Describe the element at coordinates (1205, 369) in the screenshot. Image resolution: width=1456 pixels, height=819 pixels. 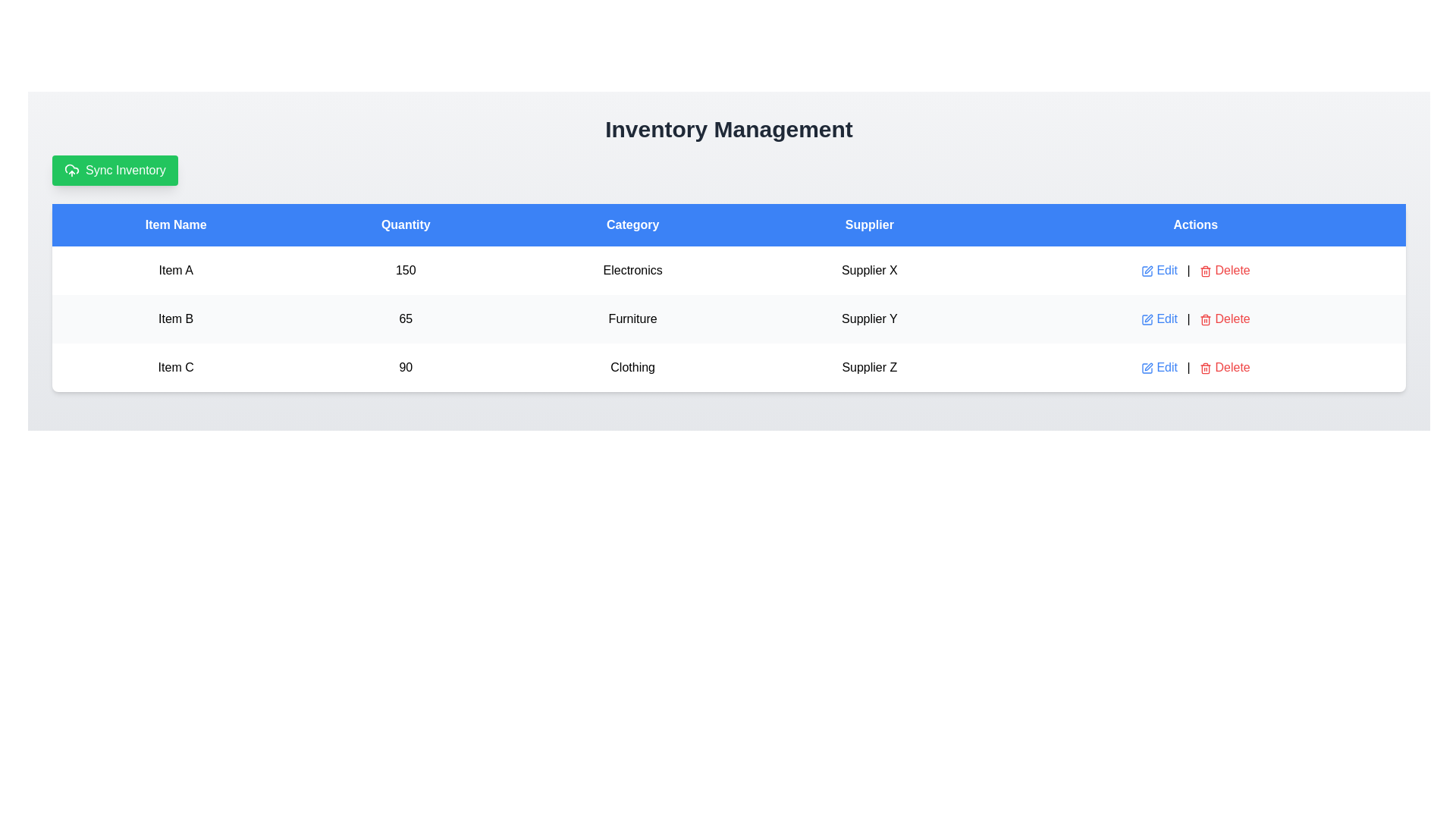
I see `the Trash can icon in the 'Actions' column of the data table for 'Item B'` at that location.